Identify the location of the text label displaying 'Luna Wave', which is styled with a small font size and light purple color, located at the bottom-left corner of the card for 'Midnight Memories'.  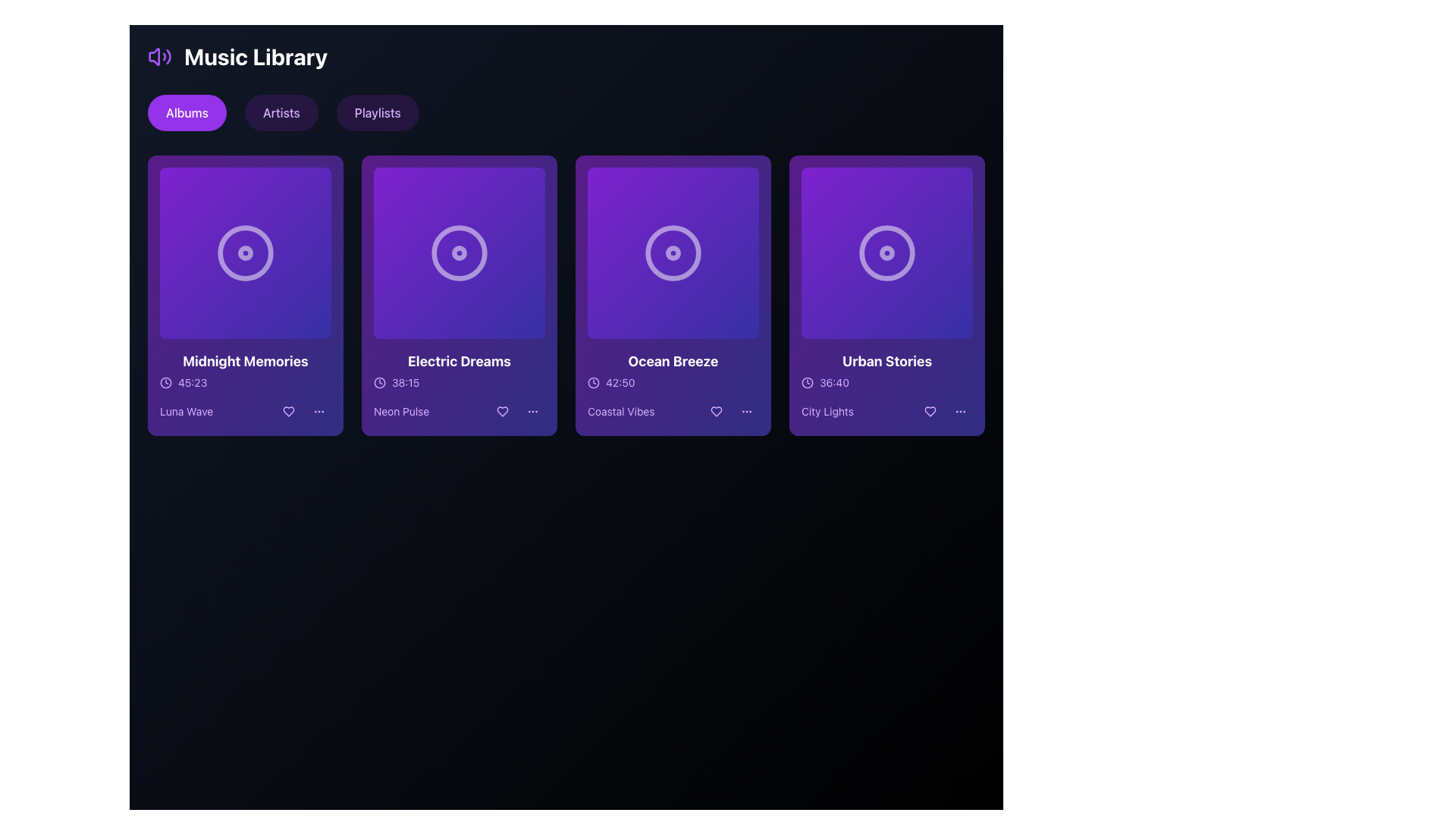
(186, 412).